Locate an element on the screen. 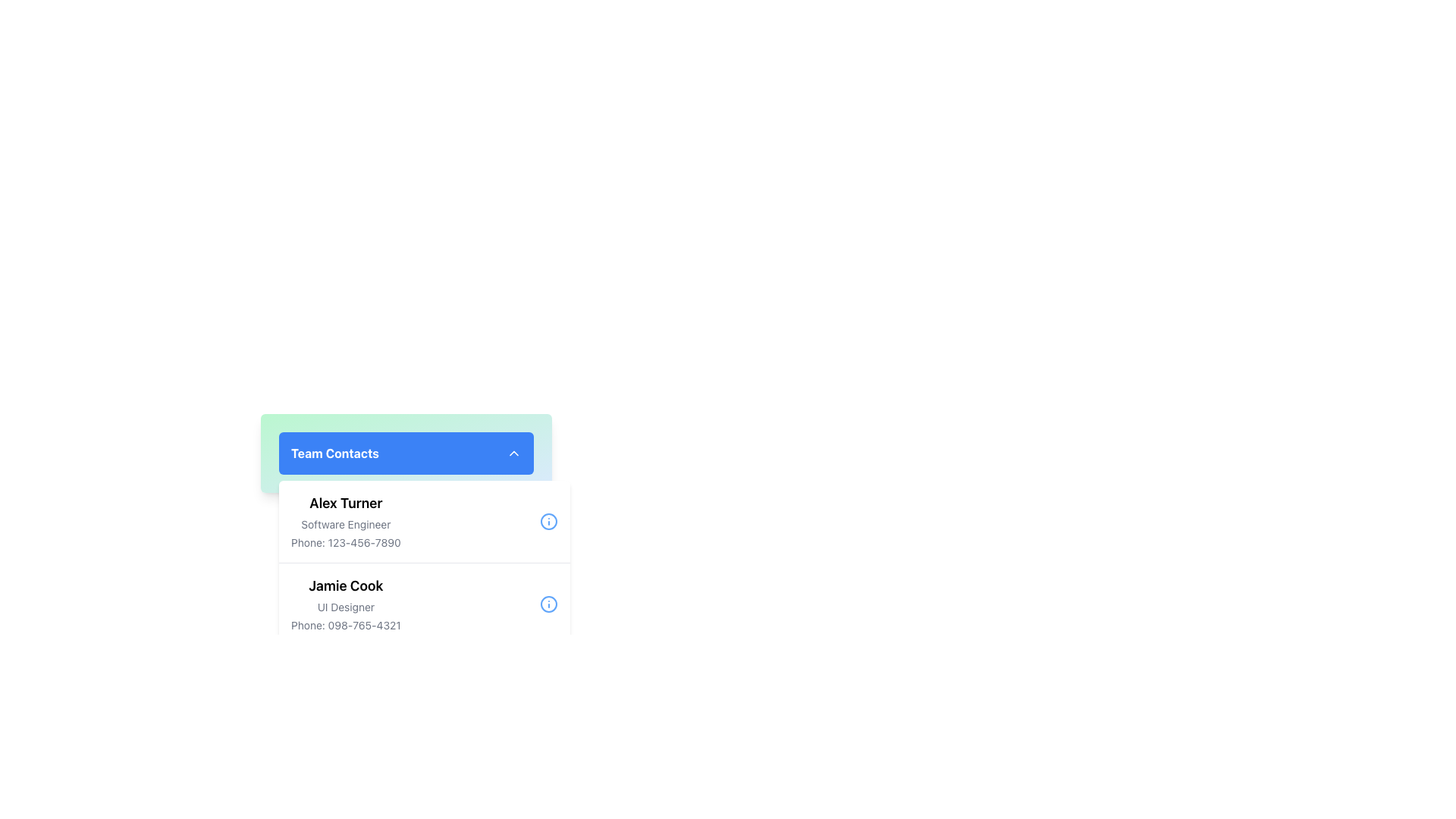 The width and height of the screenshot is (1456, 819). displayed information from the text block containing the name 'Jamie Cook', job title 'UI Designer', and phone number 'Phone: 098-765-4321' is located at coordinates (345, 604).